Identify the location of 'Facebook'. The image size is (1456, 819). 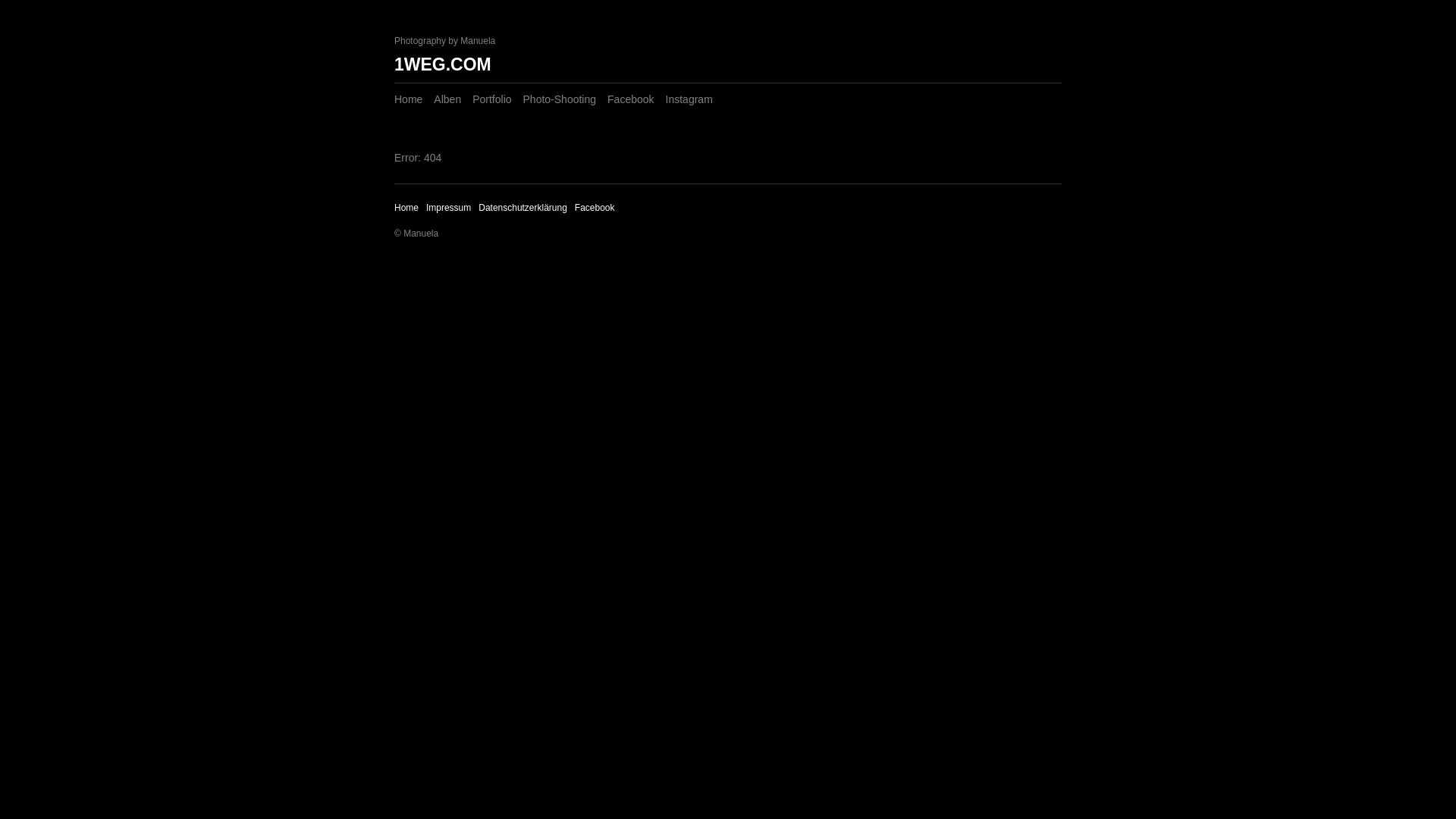
(607, 99).